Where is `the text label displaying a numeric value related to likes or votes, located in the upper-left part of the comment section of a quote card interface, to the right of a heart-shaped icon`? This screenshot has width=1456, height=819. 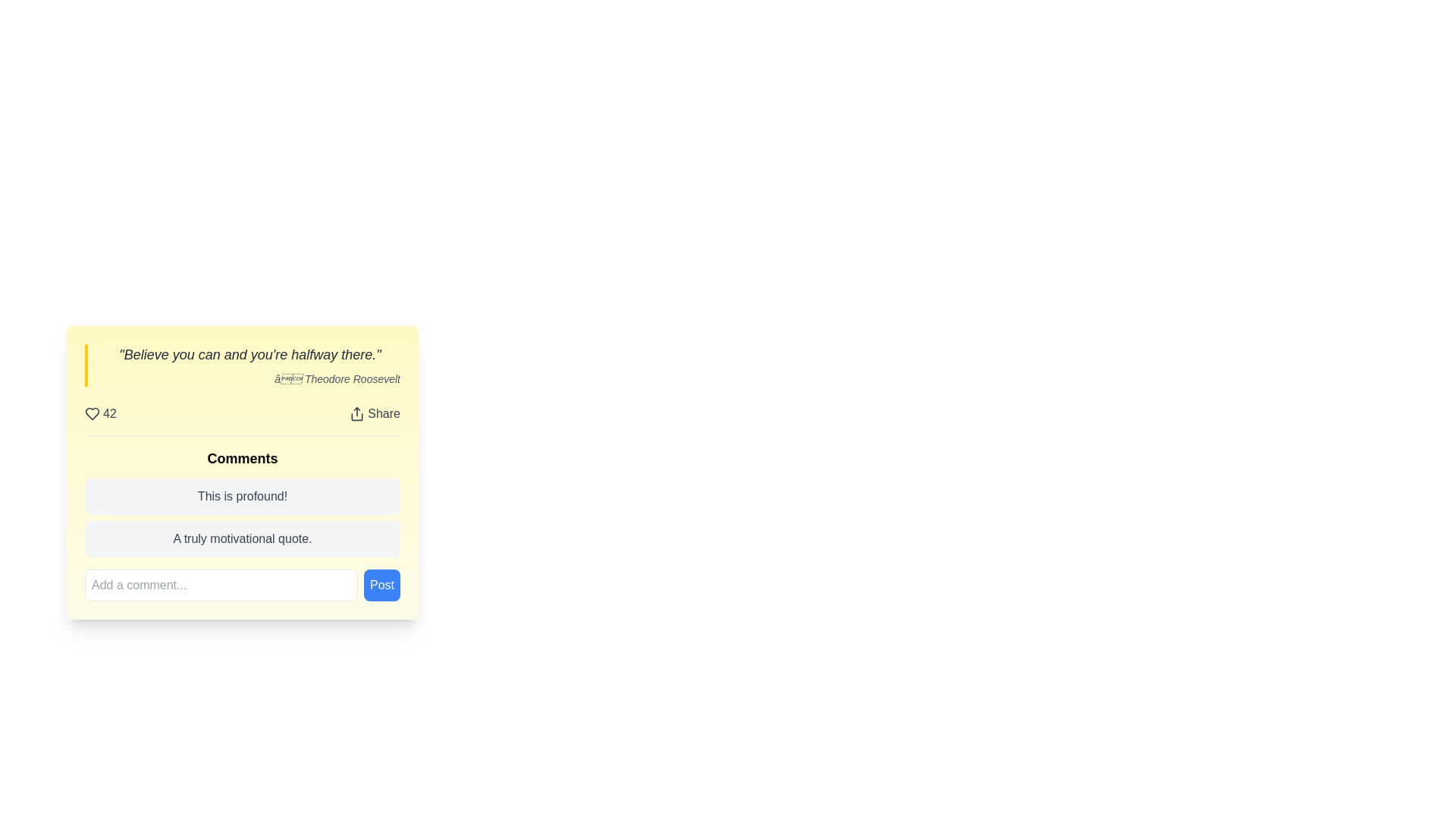
the text label displaying a numeric value related to likes or votes, located in the upper-left part of the comment section of a quote card interface, to the right of a heart-shaped icon is located at coordinates (108, 414).